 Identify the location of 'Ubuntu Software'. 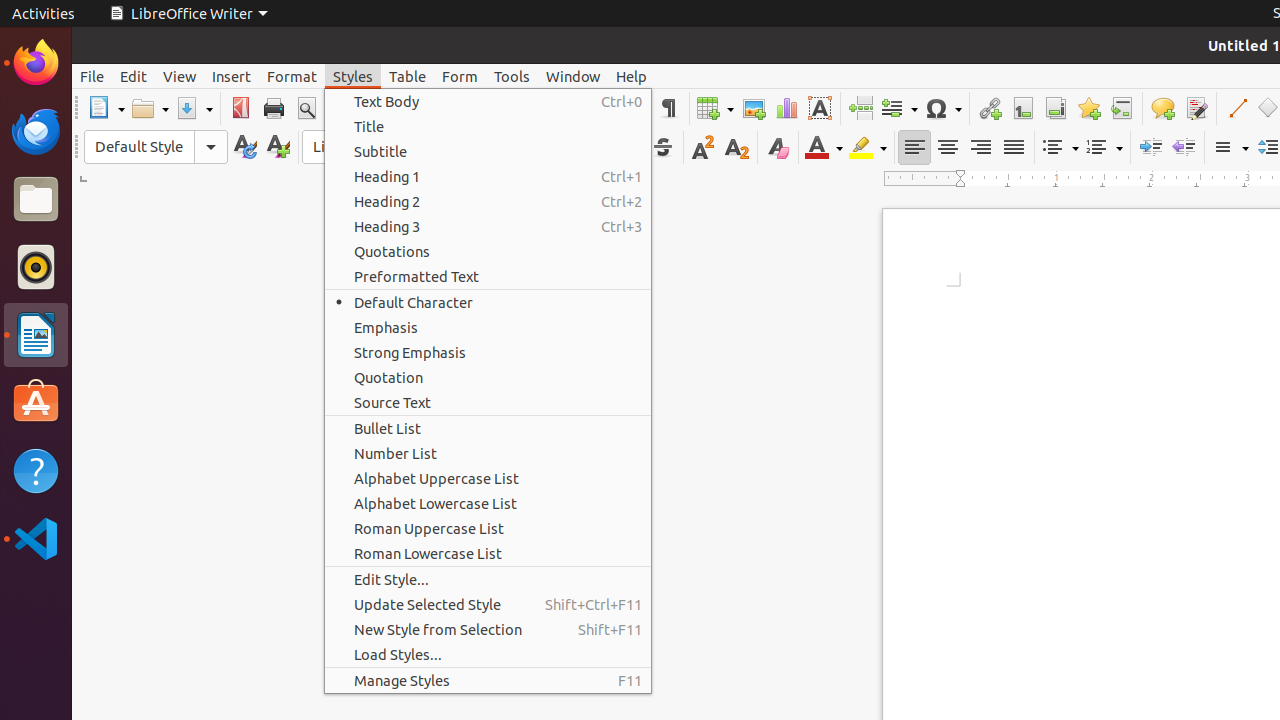
(35, 403).